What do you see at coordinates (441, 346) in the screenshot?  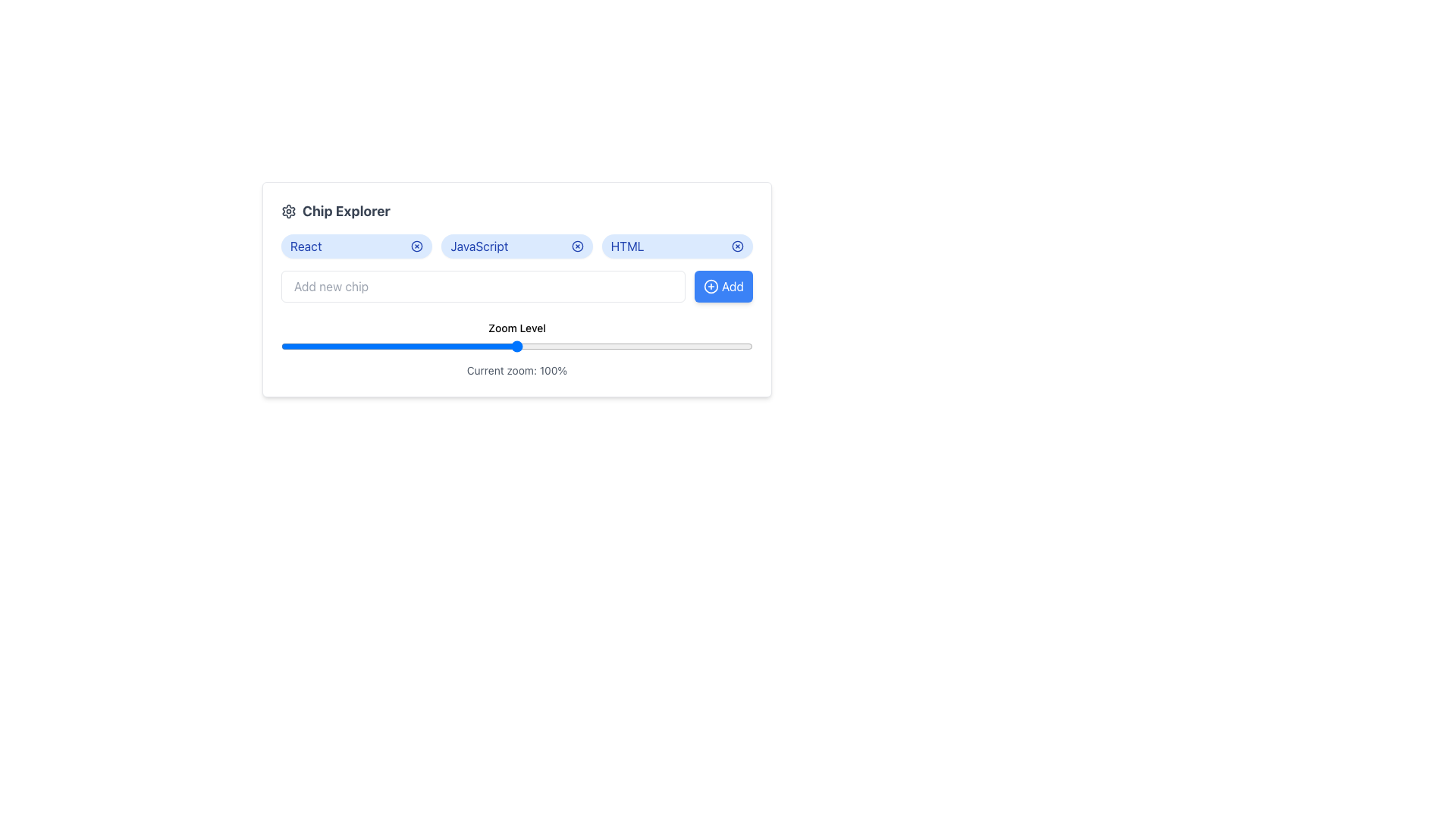 I see `zoom level` at bounding box center [441, 346].